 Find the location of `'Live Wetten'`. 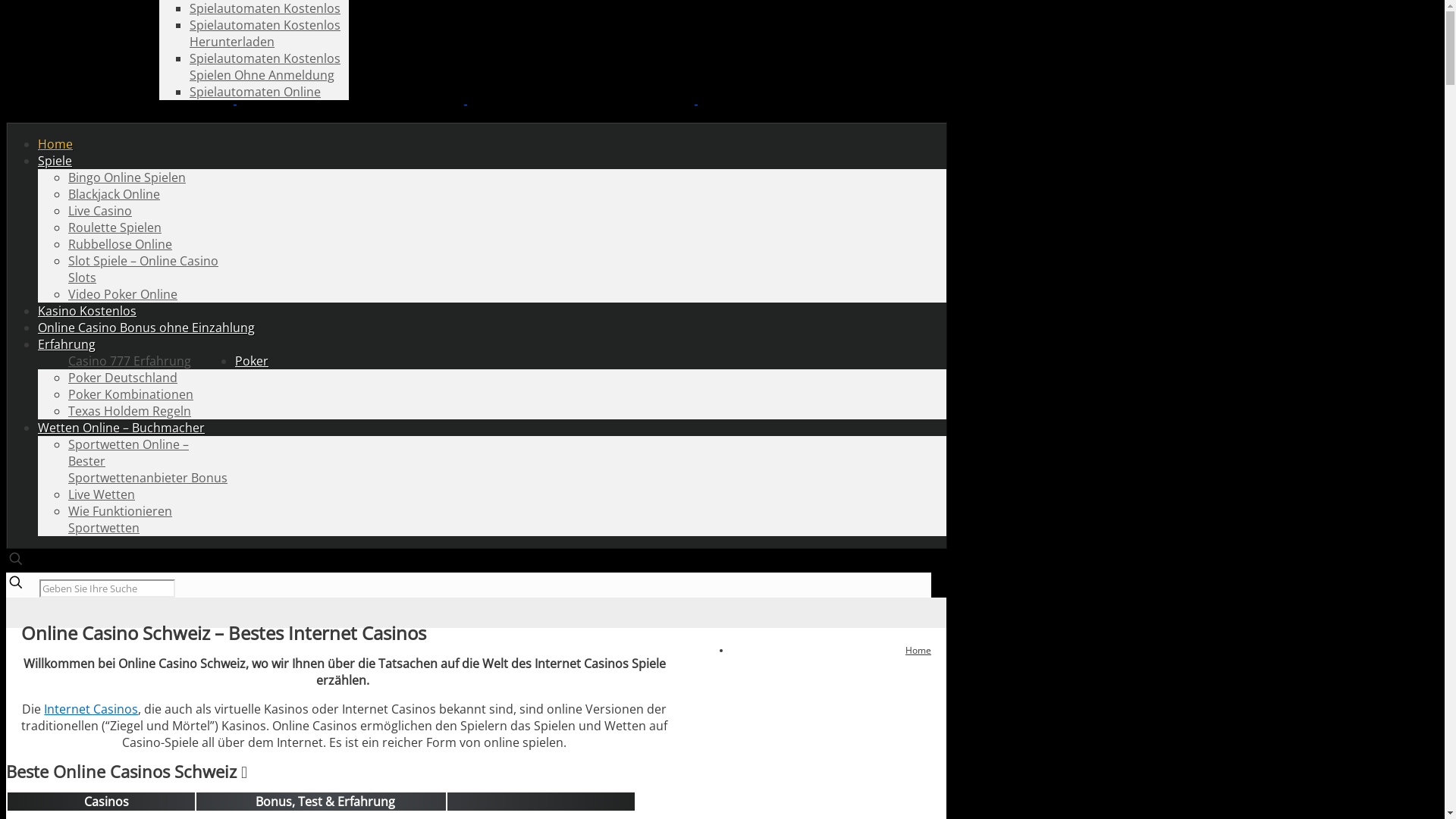

'Live Wetten' is located at coordinates (101, 494).